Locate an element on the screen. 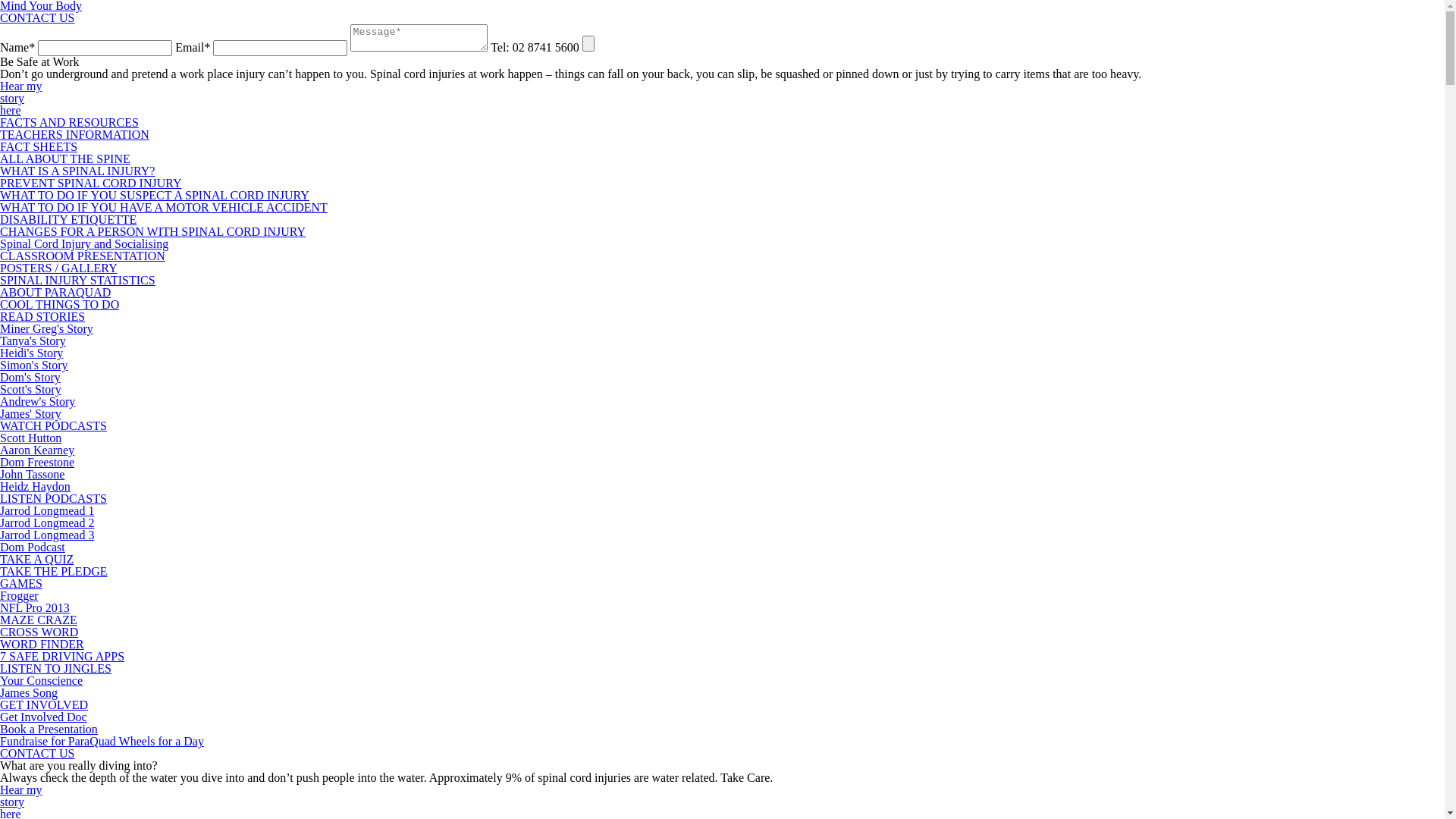 The height and width of the screenshot is (819, 1456). 'POSTERS / GALLERY' is located at coordinates (58, 267).